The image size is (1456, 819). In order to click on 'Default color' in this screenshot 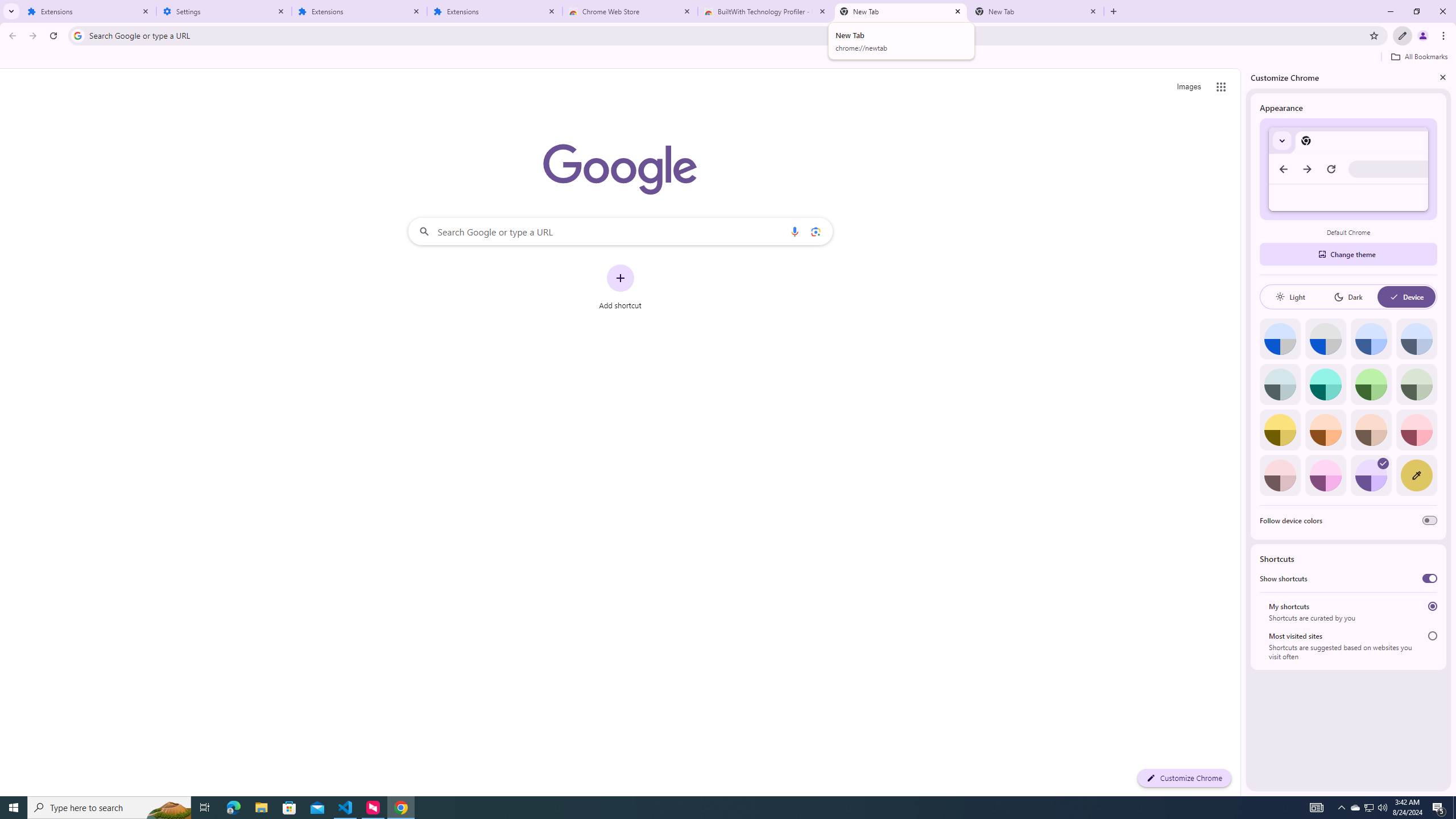, I will do `click(1280, 338)`.